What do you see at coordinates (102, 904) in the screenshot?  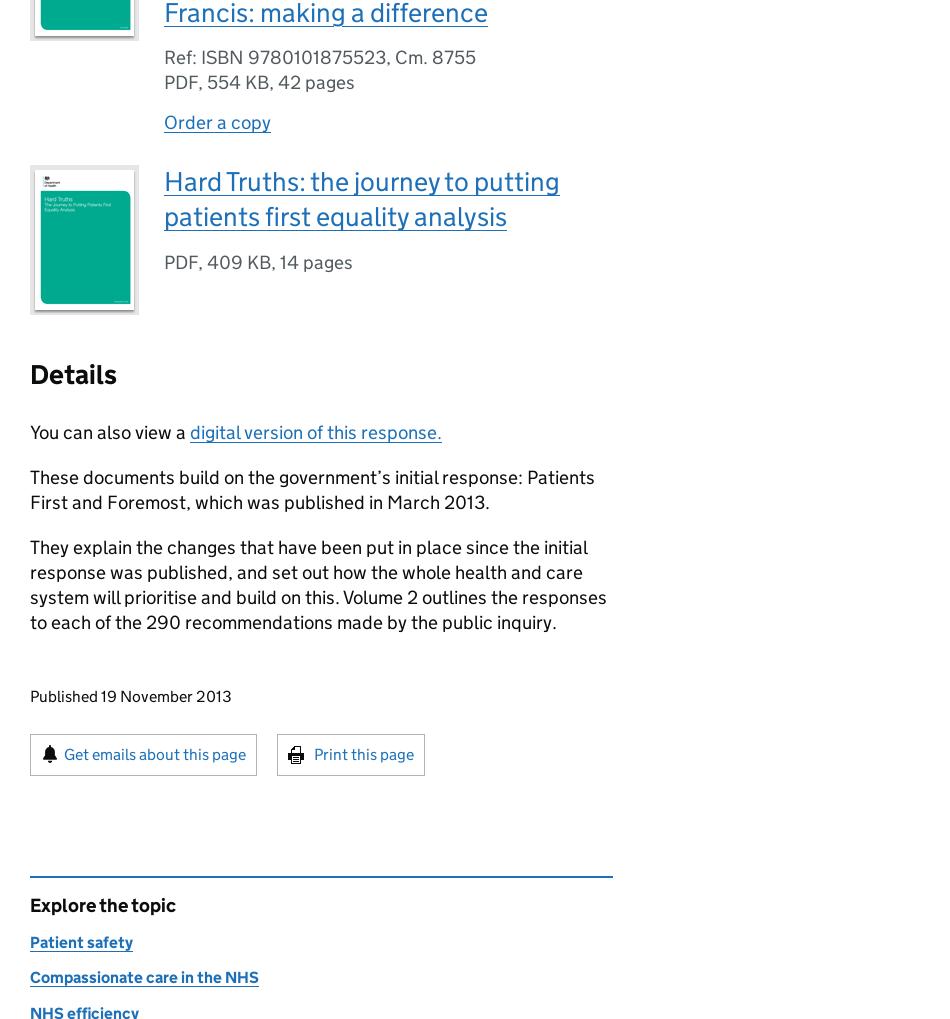 I see `'Explore the topic'` at bounding box center [102, 904].